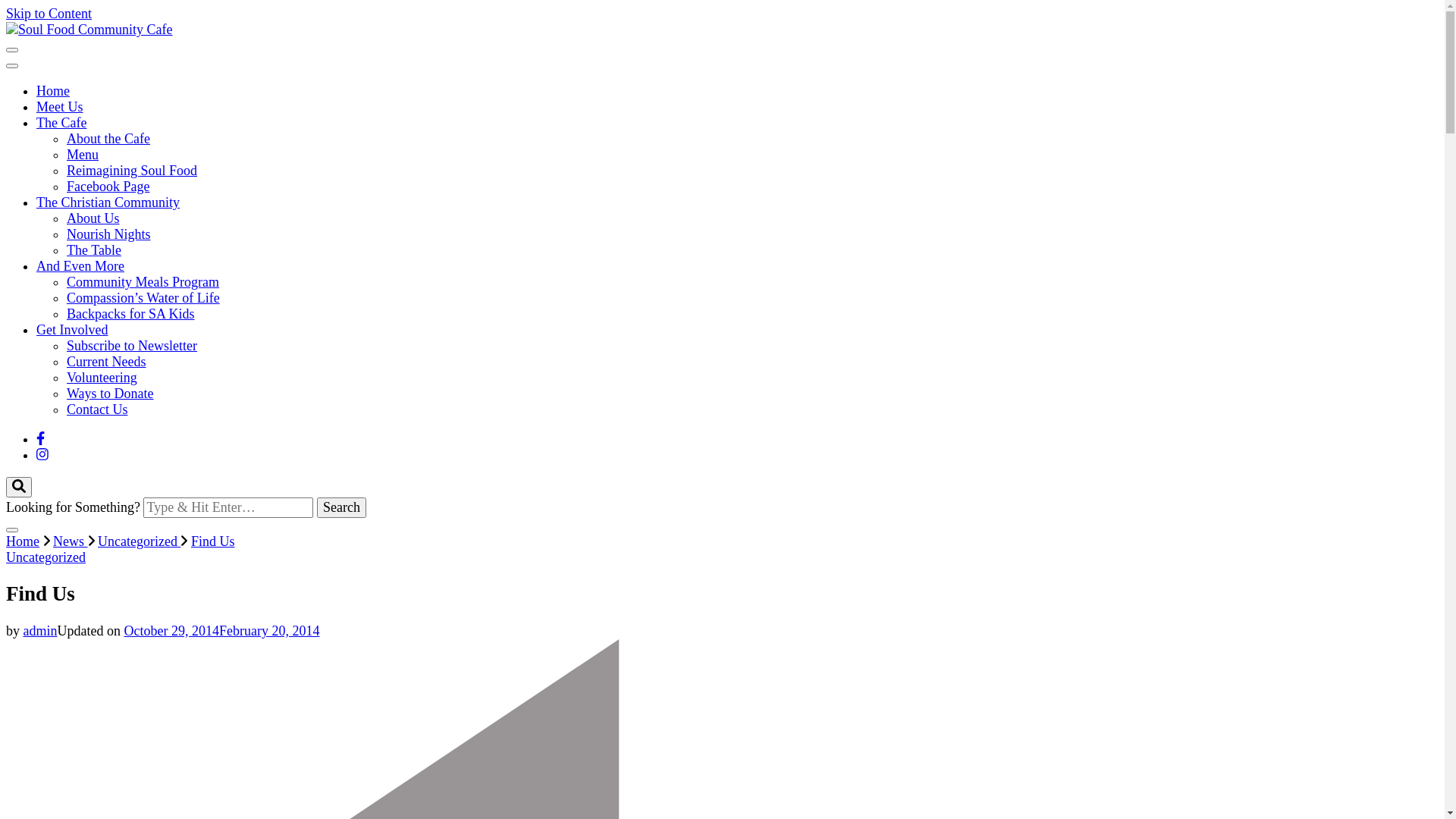 This screenshot has width=1456, height=819. I want to click on 'News', so click(69, 540).